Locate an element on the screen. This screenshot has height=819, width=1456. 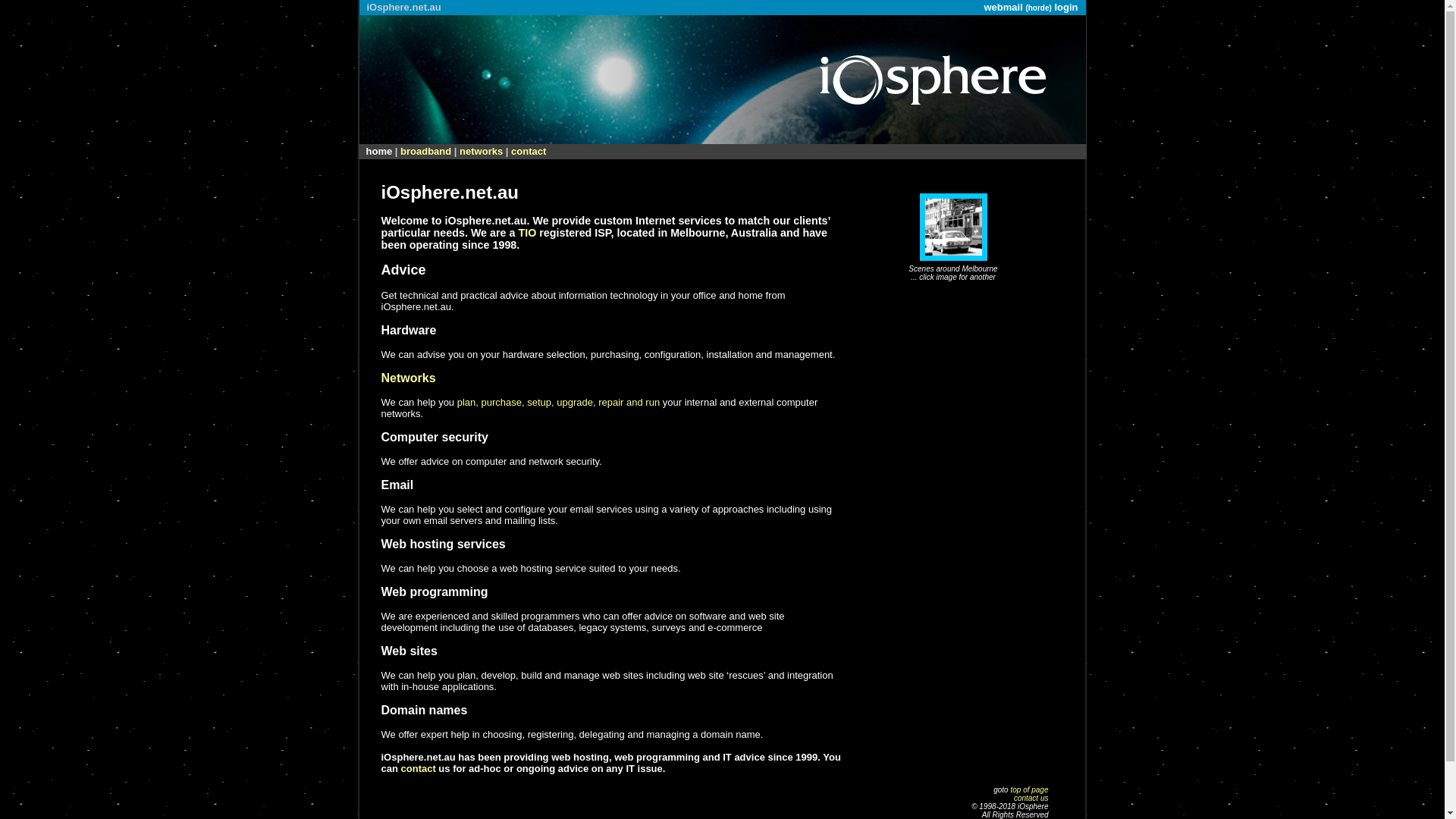
'home' is located at coordinates (378, 151).